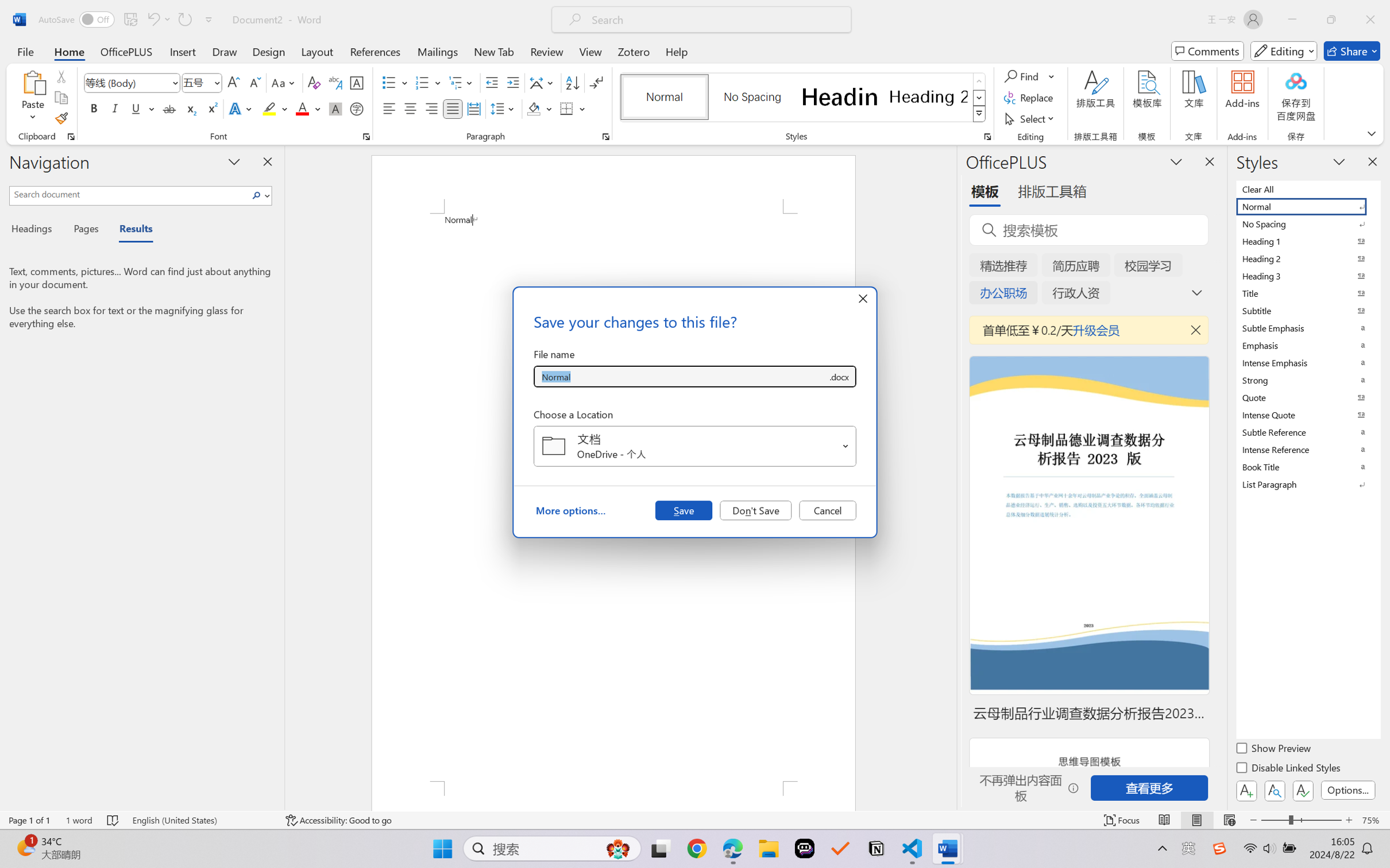 The image size is (1390, 868). I want to click on 'Decrease Indent', so click(492, 83).